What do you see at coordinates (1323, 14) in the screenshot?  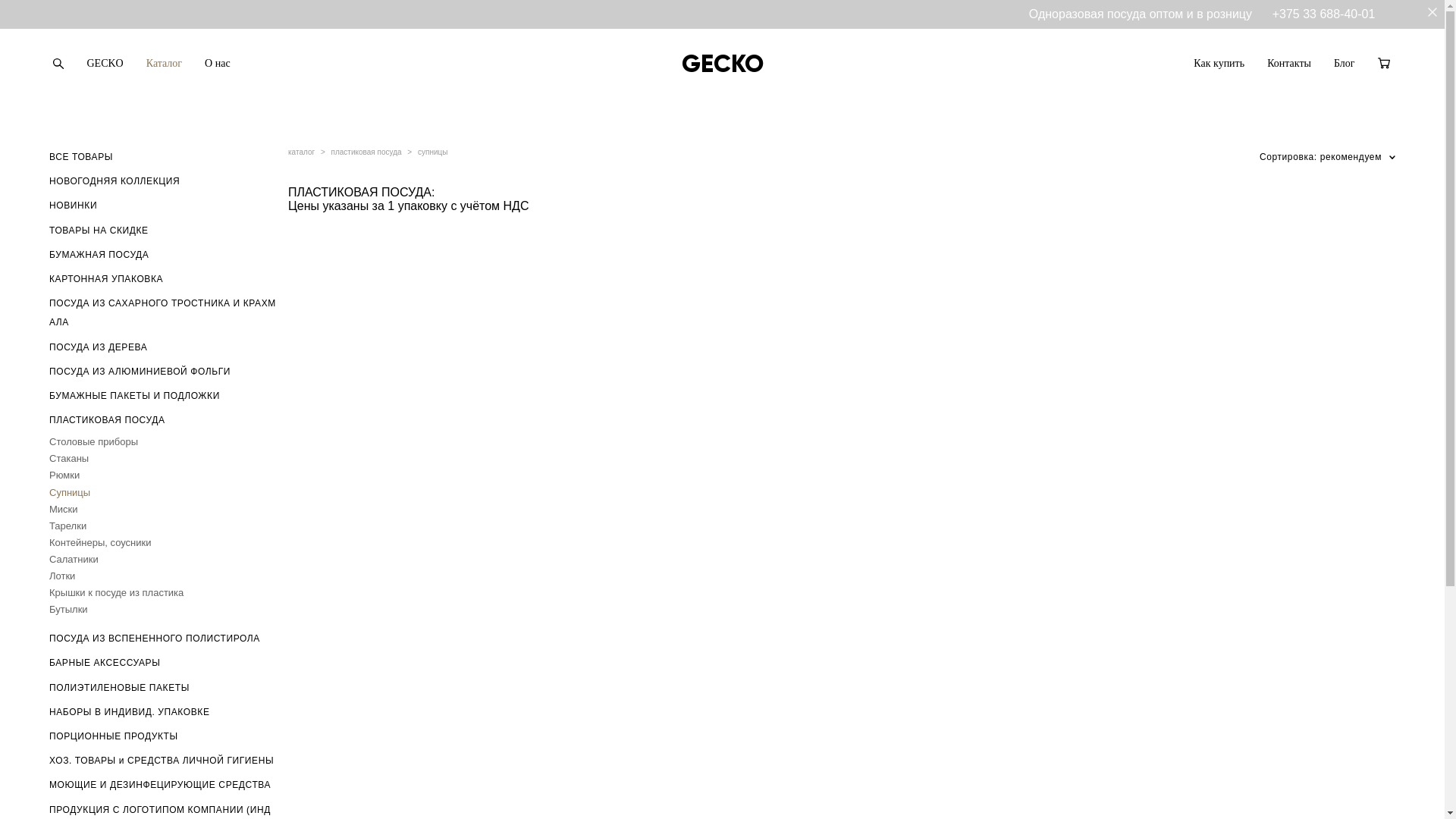 I see `'+375 33 688-40-01'` at bounding box center [1323, 14].